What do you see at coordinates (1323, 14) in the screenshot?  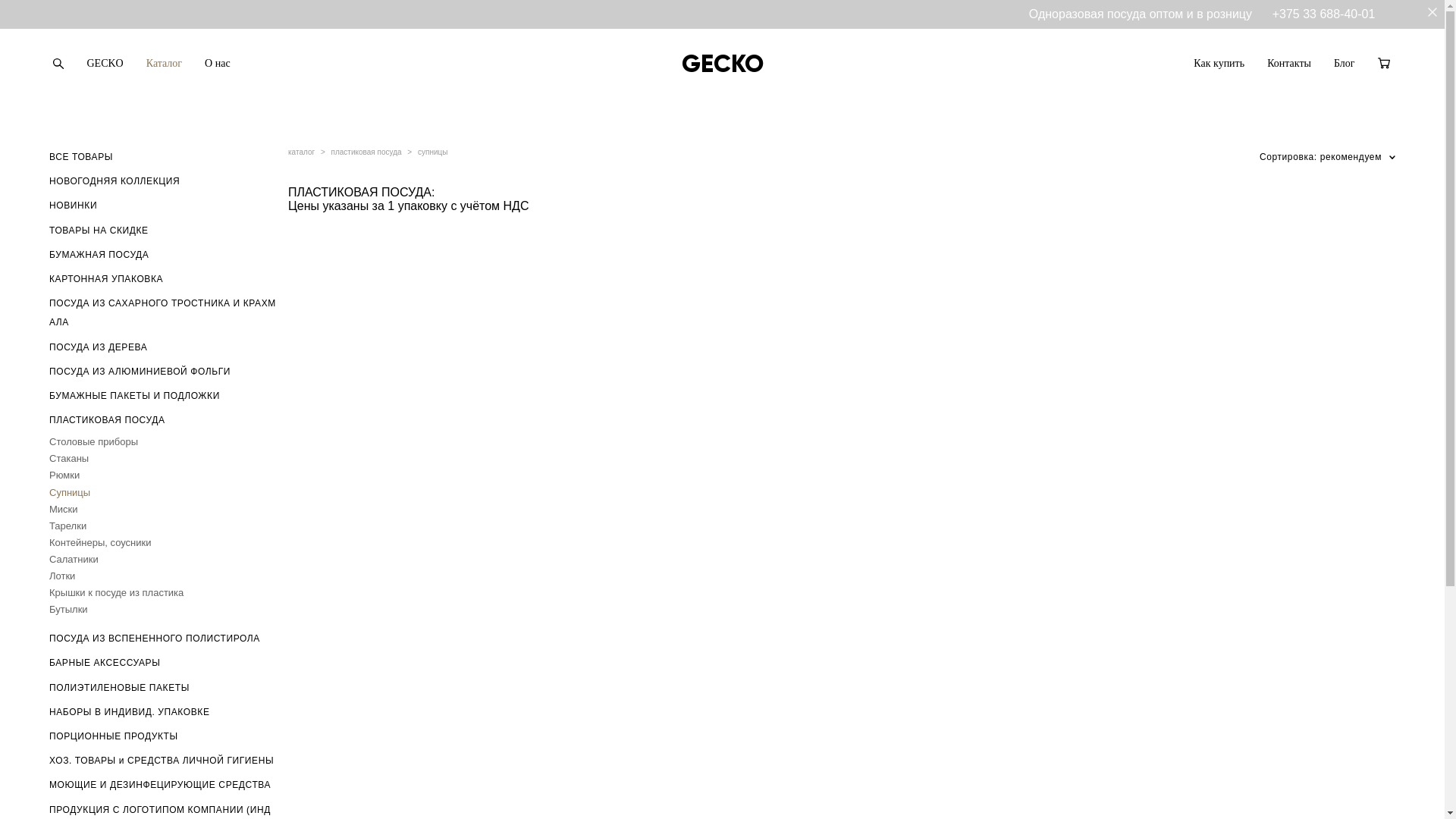 I see `'+375 33 688-40-01'` at bounding box center [1323, 14].